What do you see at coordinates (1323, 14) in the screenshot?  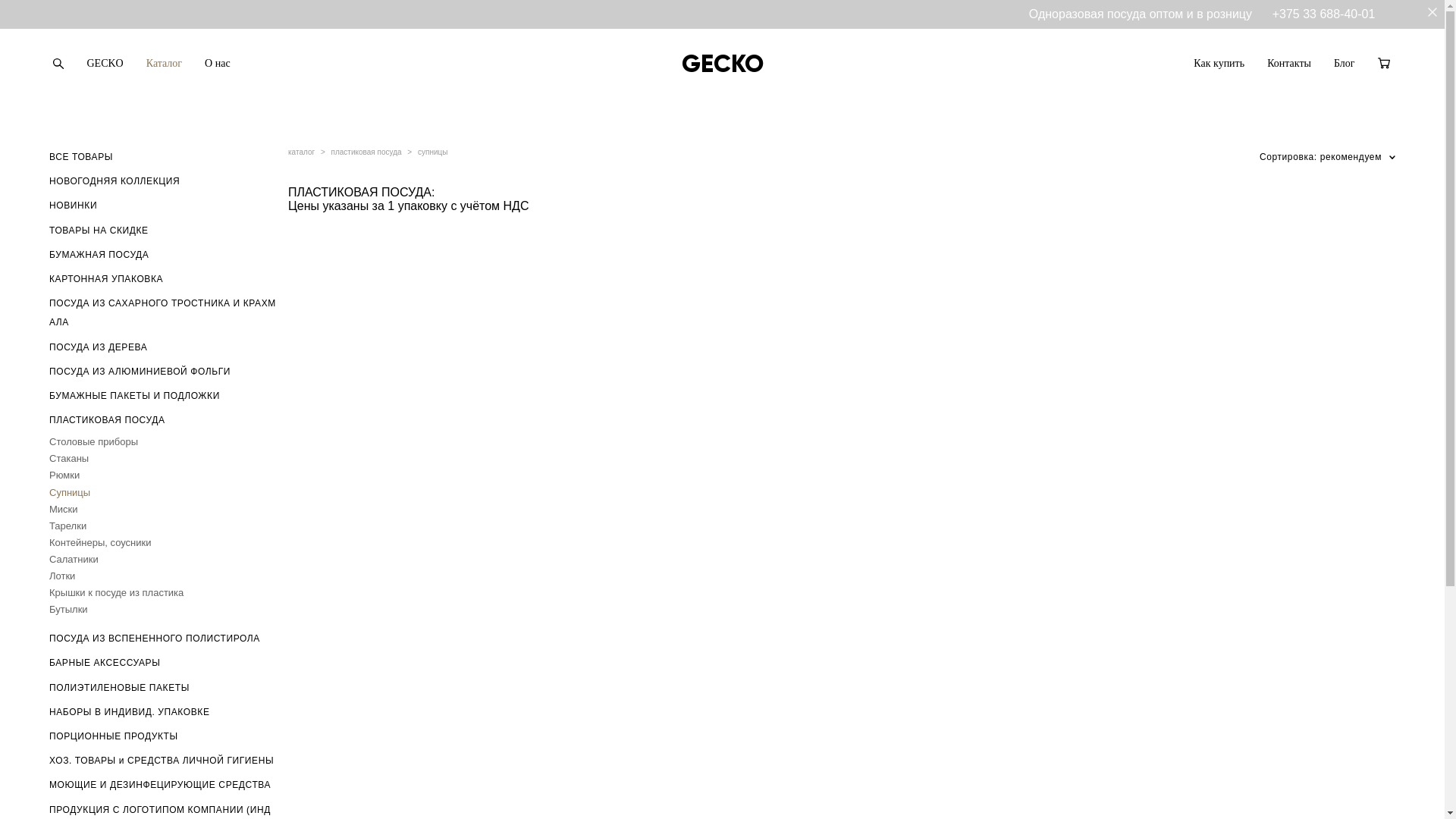 I see `'+375 33 688-40-01'` at bounding box center [1323, 14].